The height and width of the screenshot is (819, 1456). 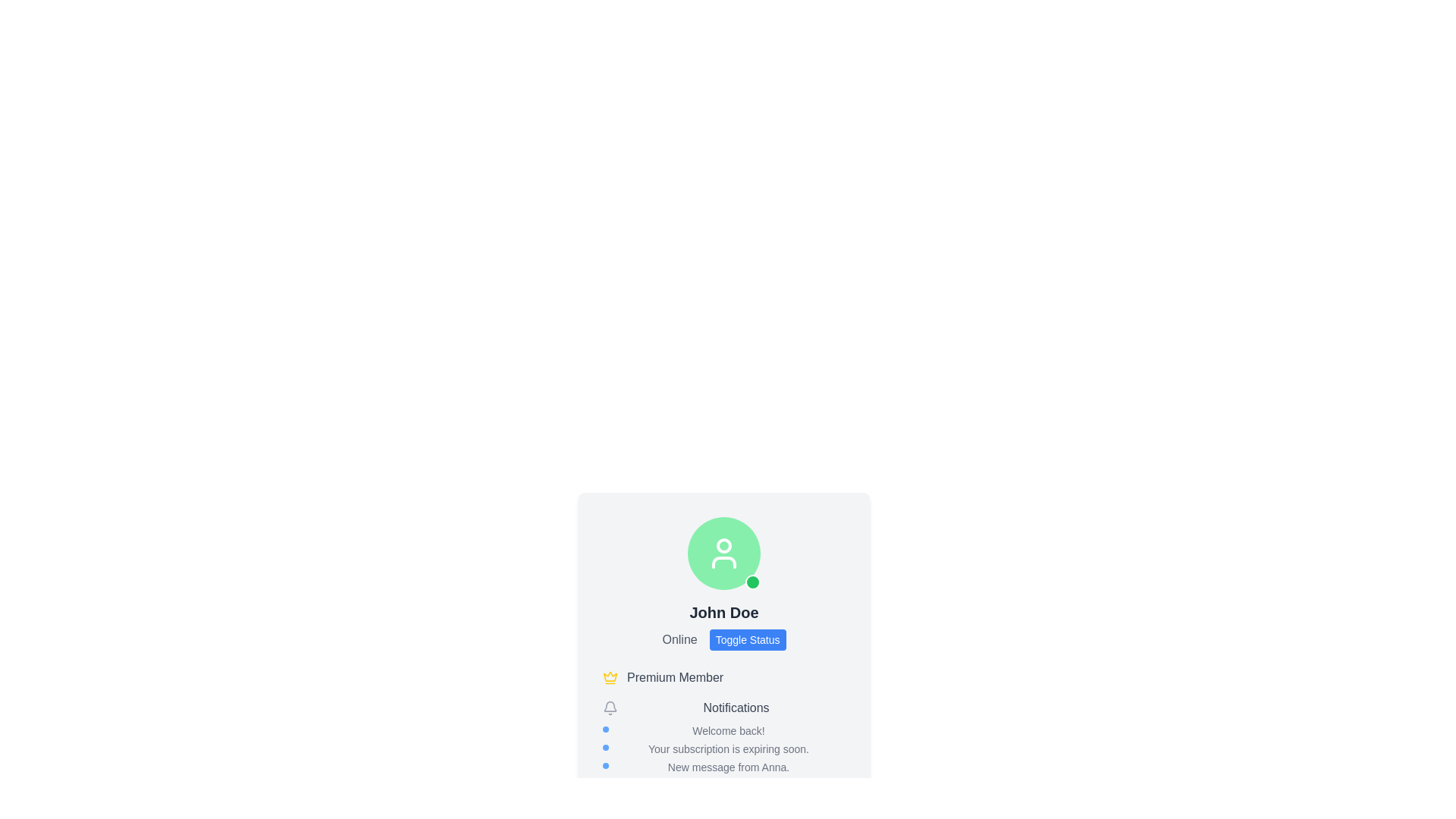 I want to click on the button located beneath the name 'John Doe' and to the right of the status label 'Online', so click(x=723, y=640).